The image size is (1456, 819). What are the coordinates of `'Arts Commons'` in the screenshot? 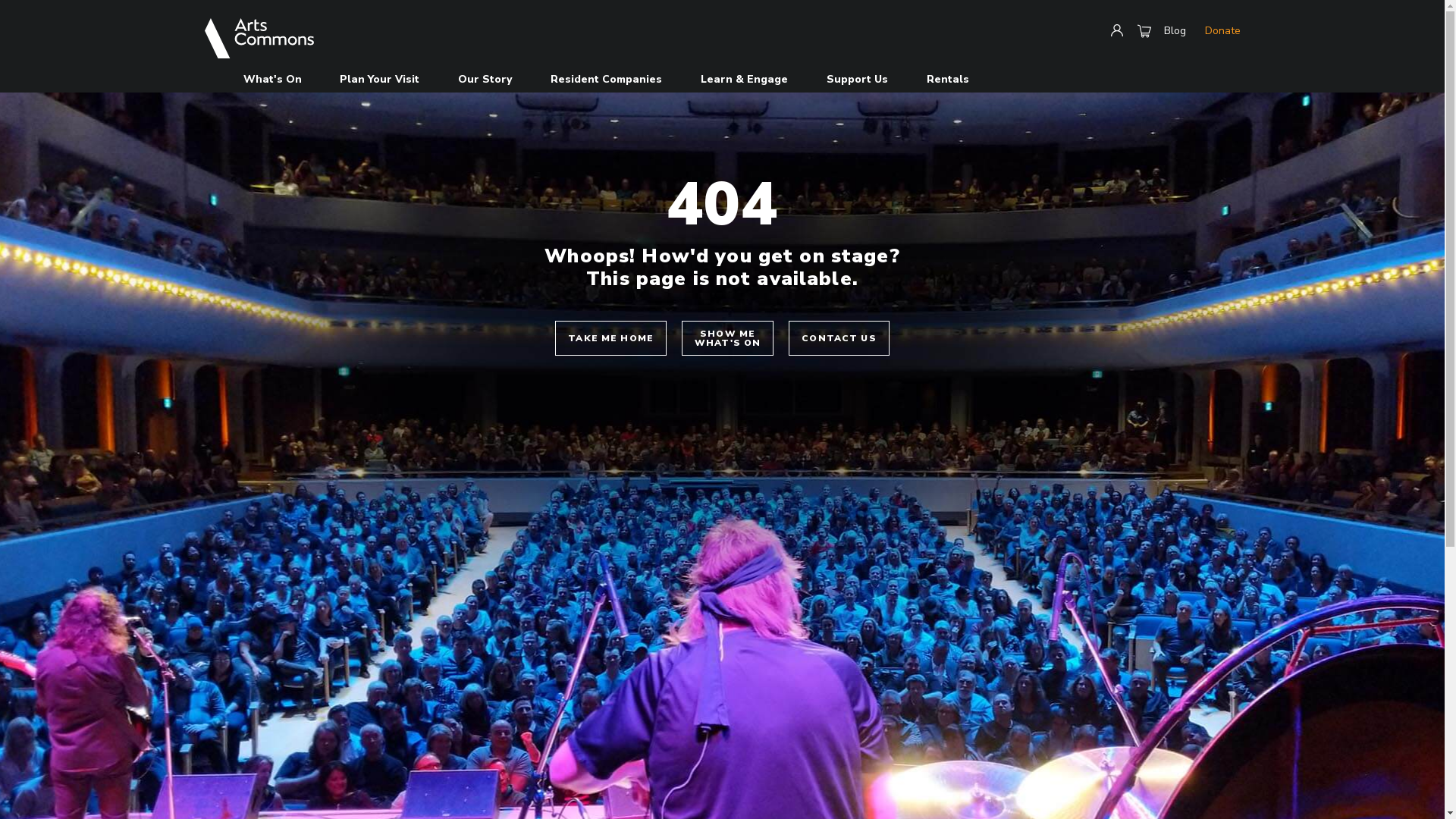 It's located at (259, 37).